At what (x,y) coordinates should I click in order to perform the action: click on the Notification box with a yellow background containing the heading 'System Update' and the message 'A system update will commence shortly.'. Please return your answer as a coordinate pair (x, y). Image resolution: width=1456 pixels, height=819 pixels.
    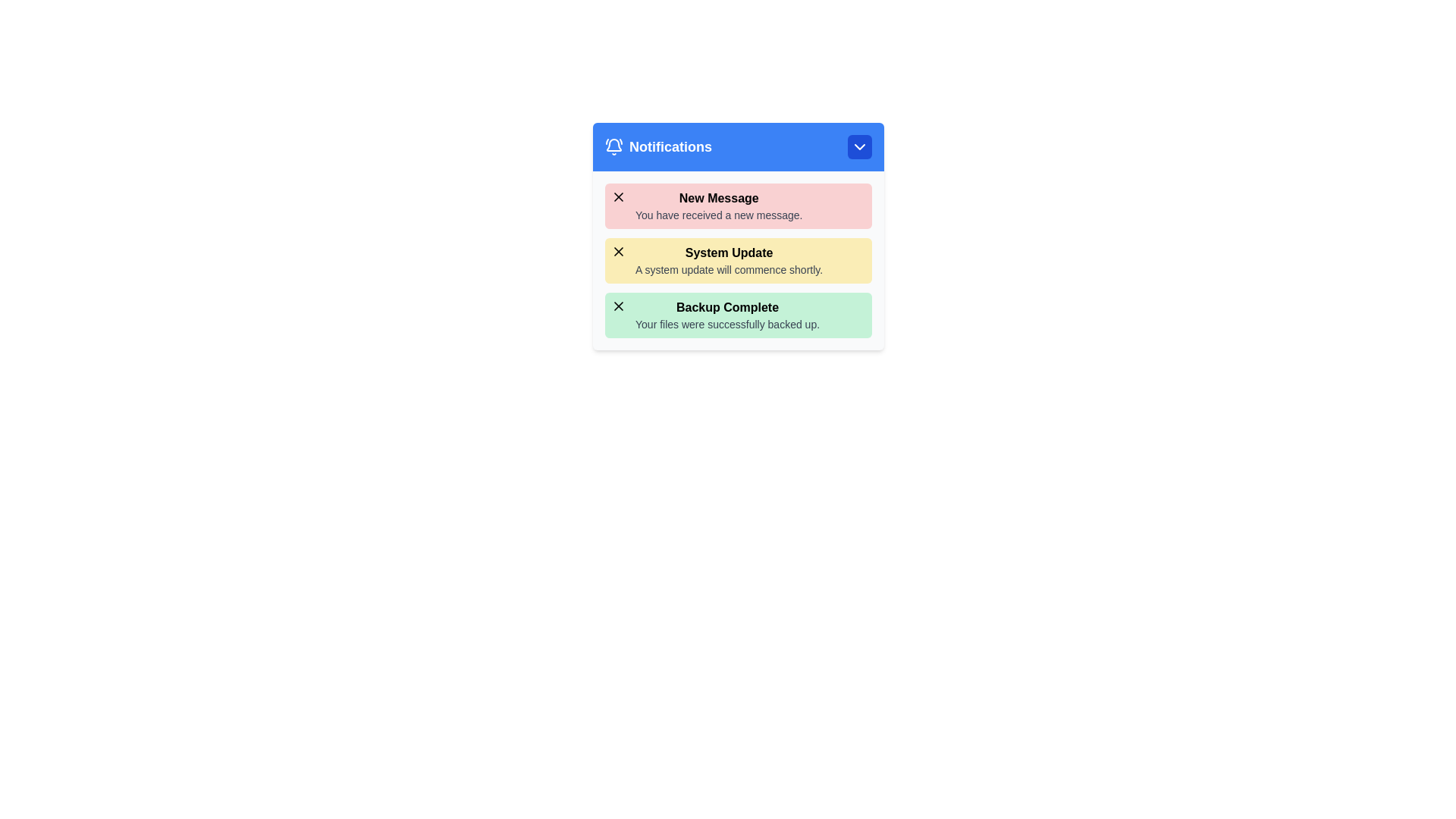
    Looking at the image, I should click on (739, 259).